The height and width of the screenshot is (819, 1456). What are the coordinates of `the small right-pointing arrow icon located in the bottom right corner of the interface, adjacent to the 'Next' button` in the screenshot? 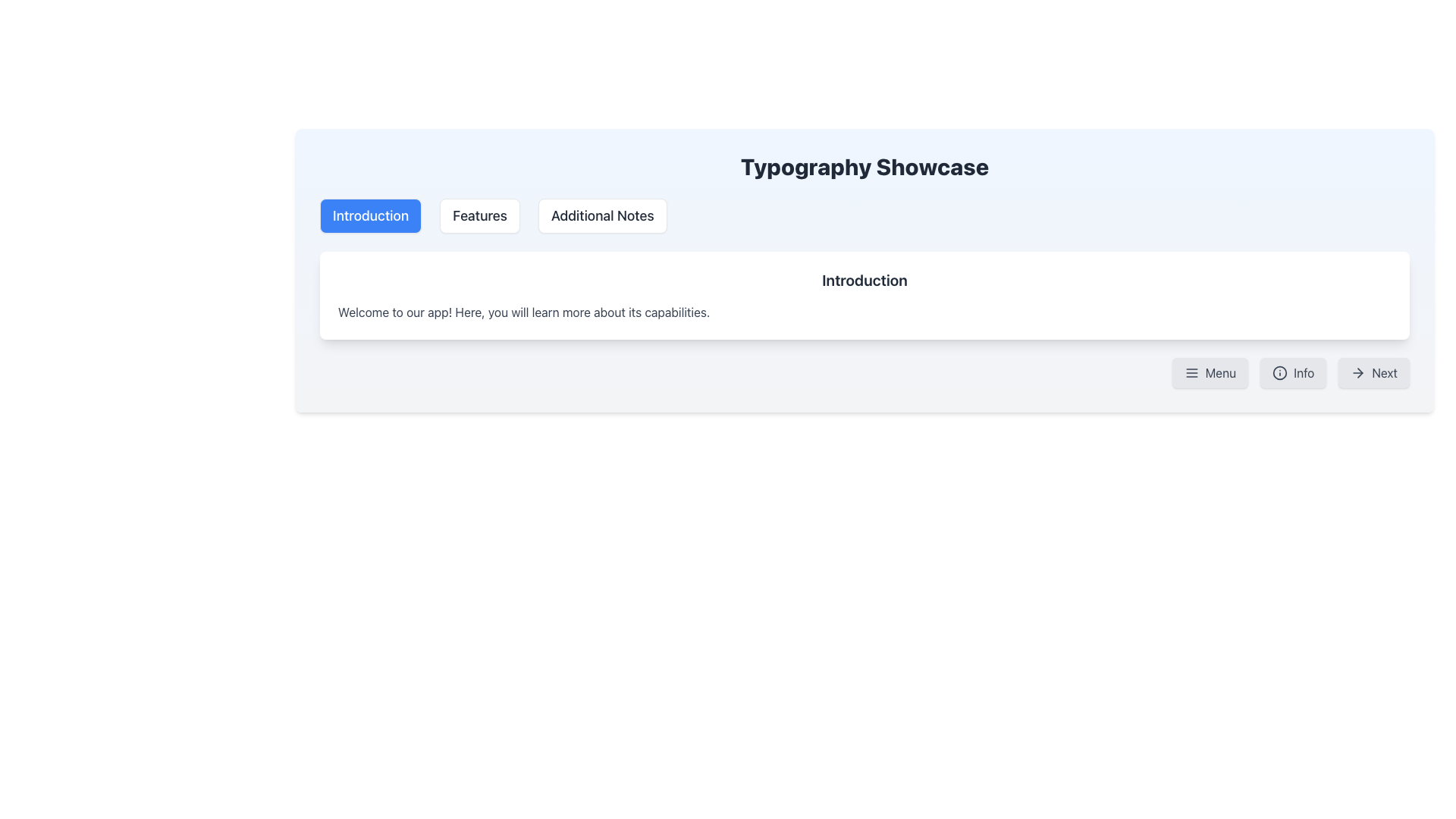 It's located at (1360, 373).